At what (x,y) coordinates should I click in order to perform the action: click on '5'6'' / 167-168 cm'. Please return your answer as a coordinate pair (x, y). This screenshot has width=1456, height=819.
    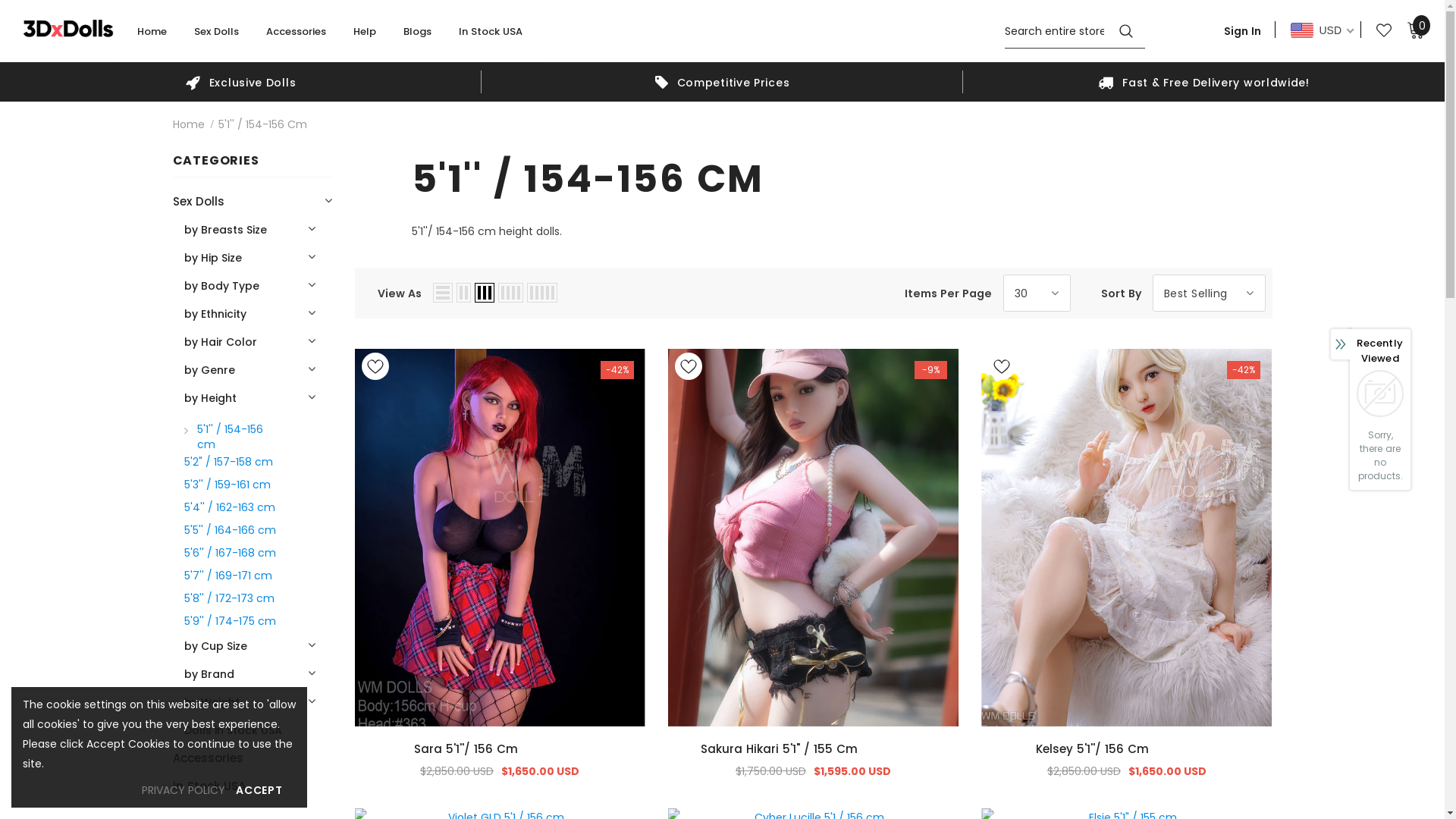
    Looking at the image, I should click on (228, 552).